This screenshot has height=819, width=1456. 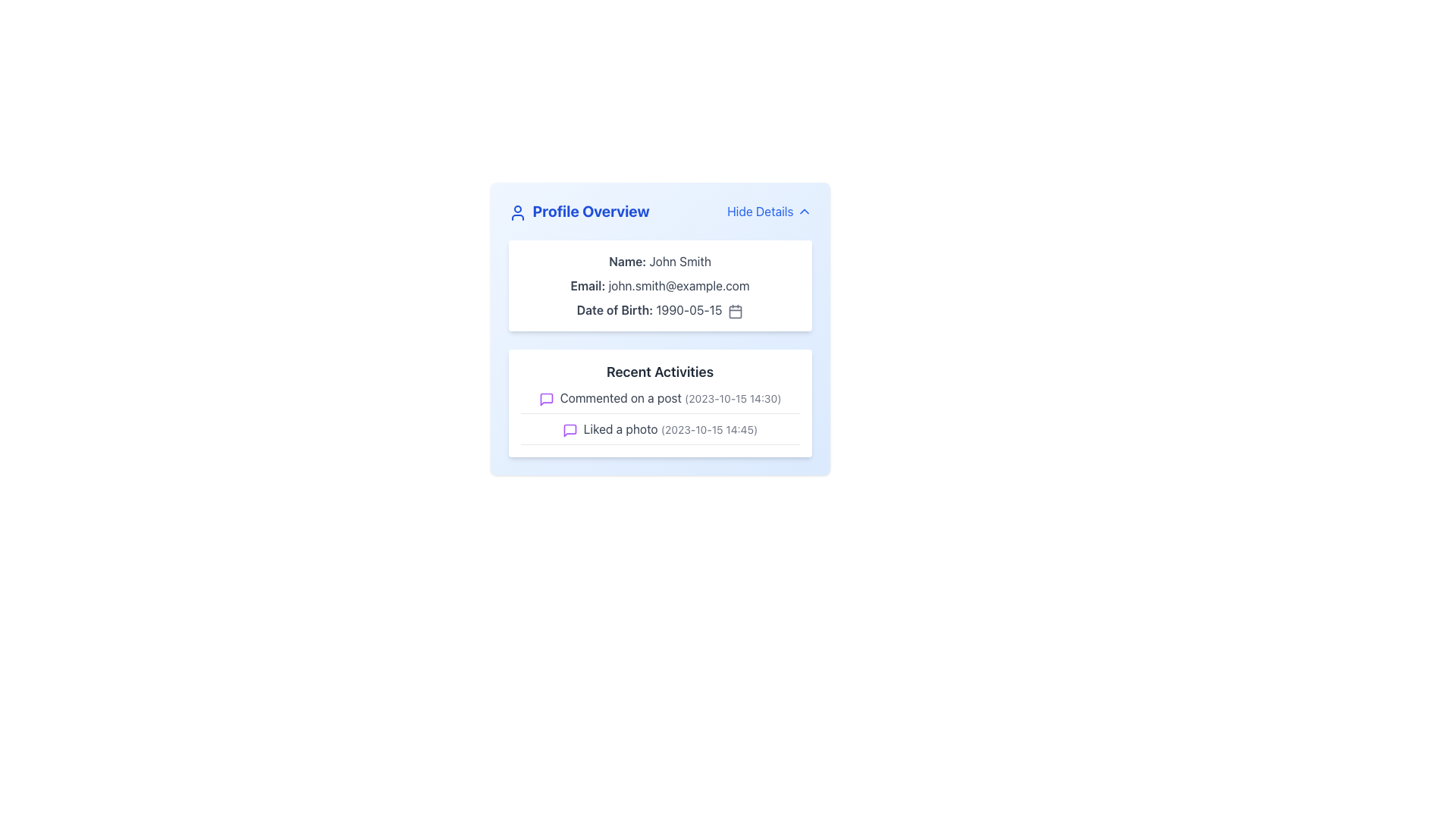 I want to click on the text display showing 'Liked a photo (2023-10-15 14:45)' in the Recent Activities section, so click(x=660, y=432).